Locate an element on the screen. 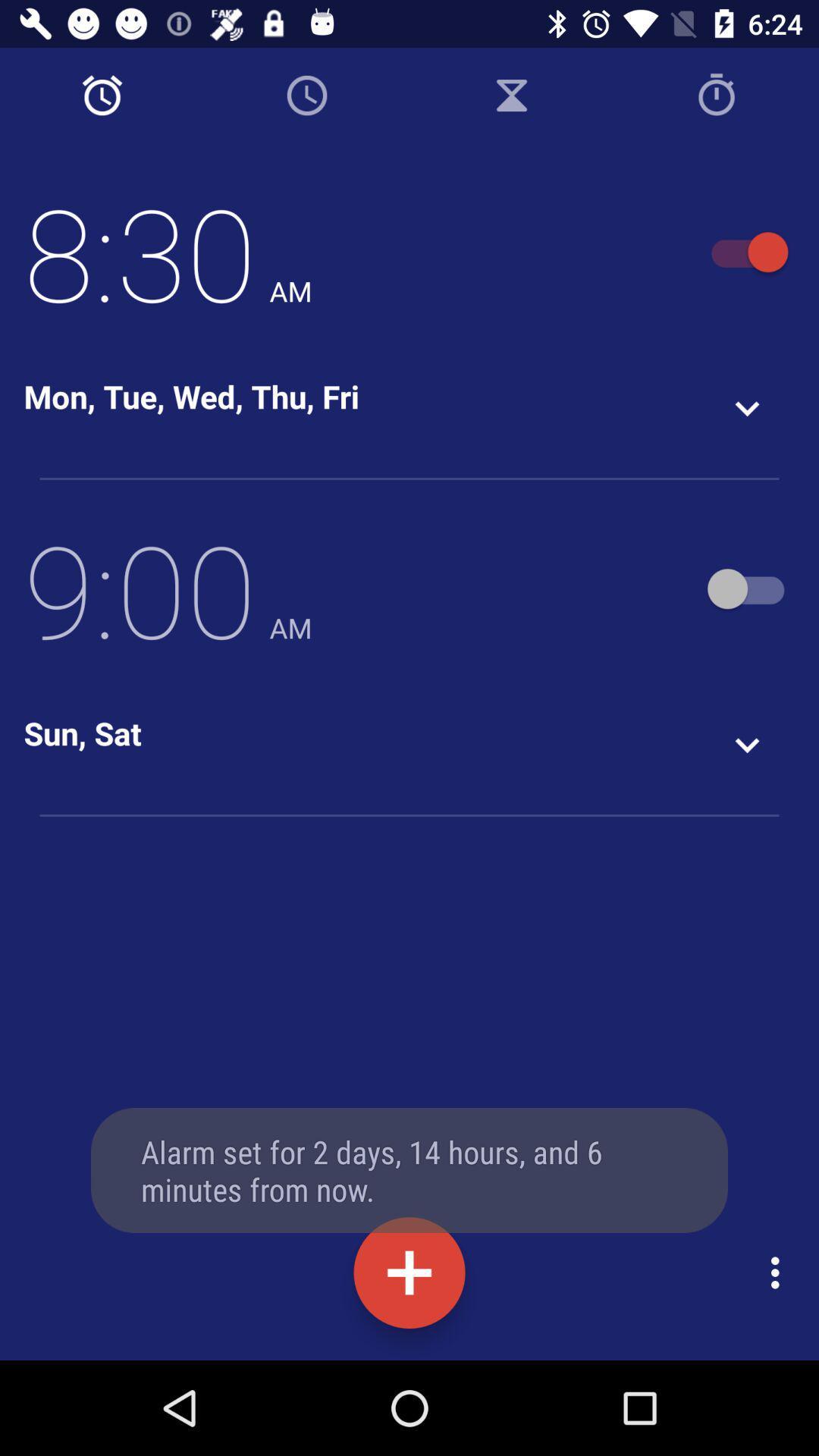 This screenshot has width=819, height=1456. the add icon is located at coordinates (409, 1272).